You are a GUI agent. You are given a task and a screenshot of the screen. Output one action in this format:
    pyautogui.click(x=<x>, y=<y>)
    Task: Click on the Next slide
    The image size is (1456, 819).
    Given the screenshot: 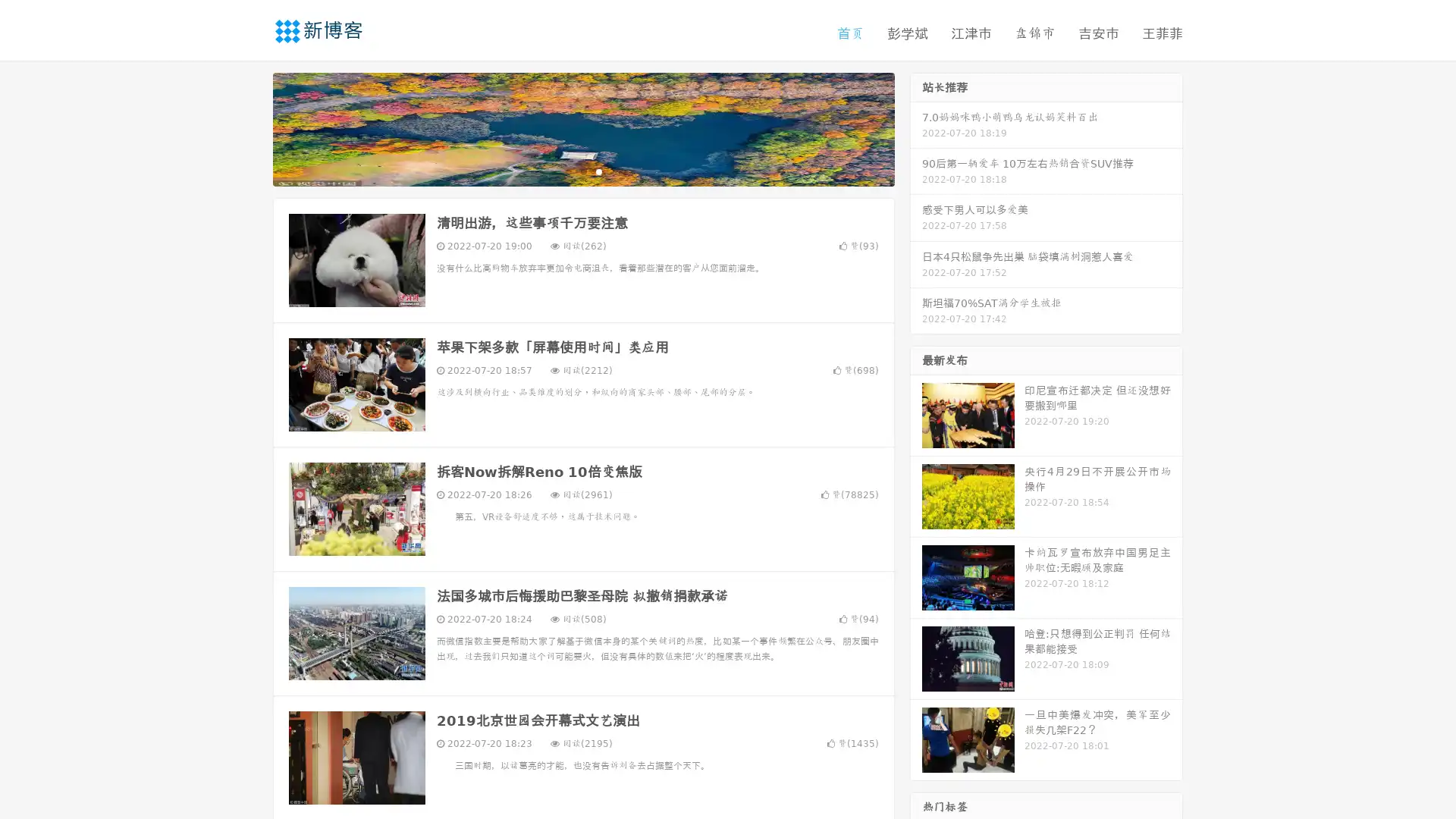 What is the action you would take?
    pyautogui.click(x=916, y=127)
    